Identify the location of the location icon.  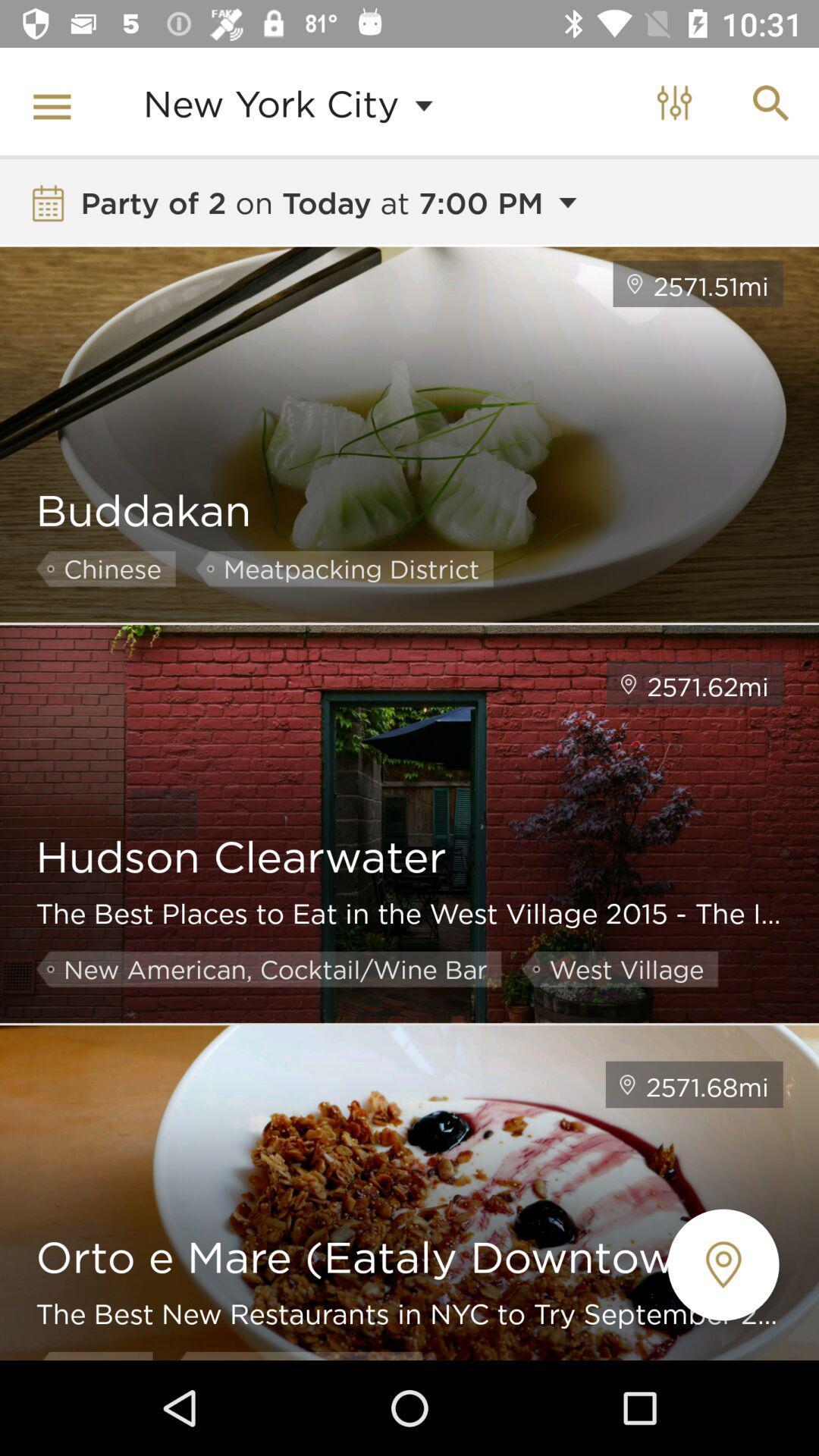
(722, 1264).